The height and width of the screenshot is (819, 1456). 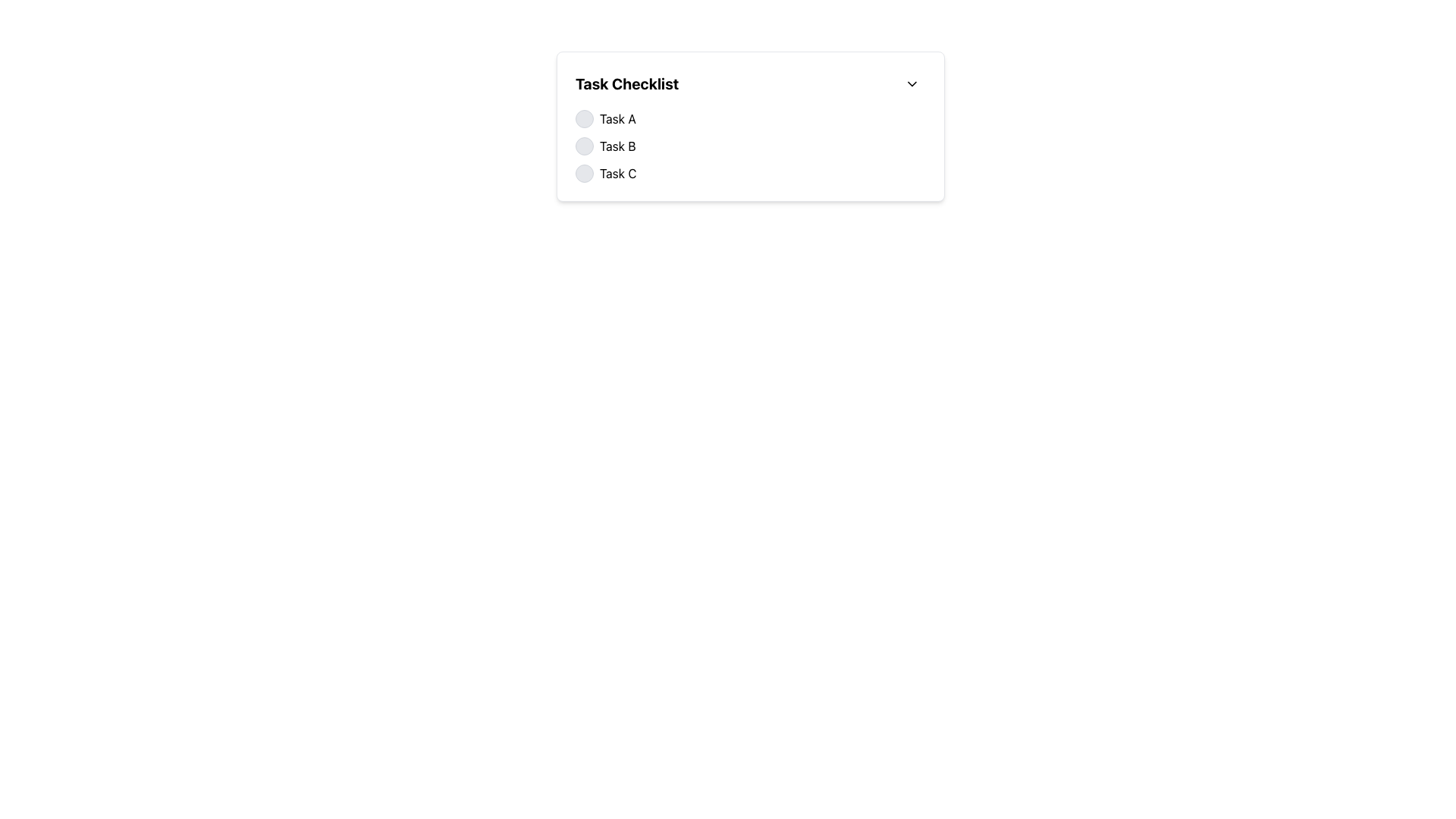 I want to click on the checkbox of the first checklist item in the 'Task Checklist' to mark the task as completed, so click(x=750, y=118).